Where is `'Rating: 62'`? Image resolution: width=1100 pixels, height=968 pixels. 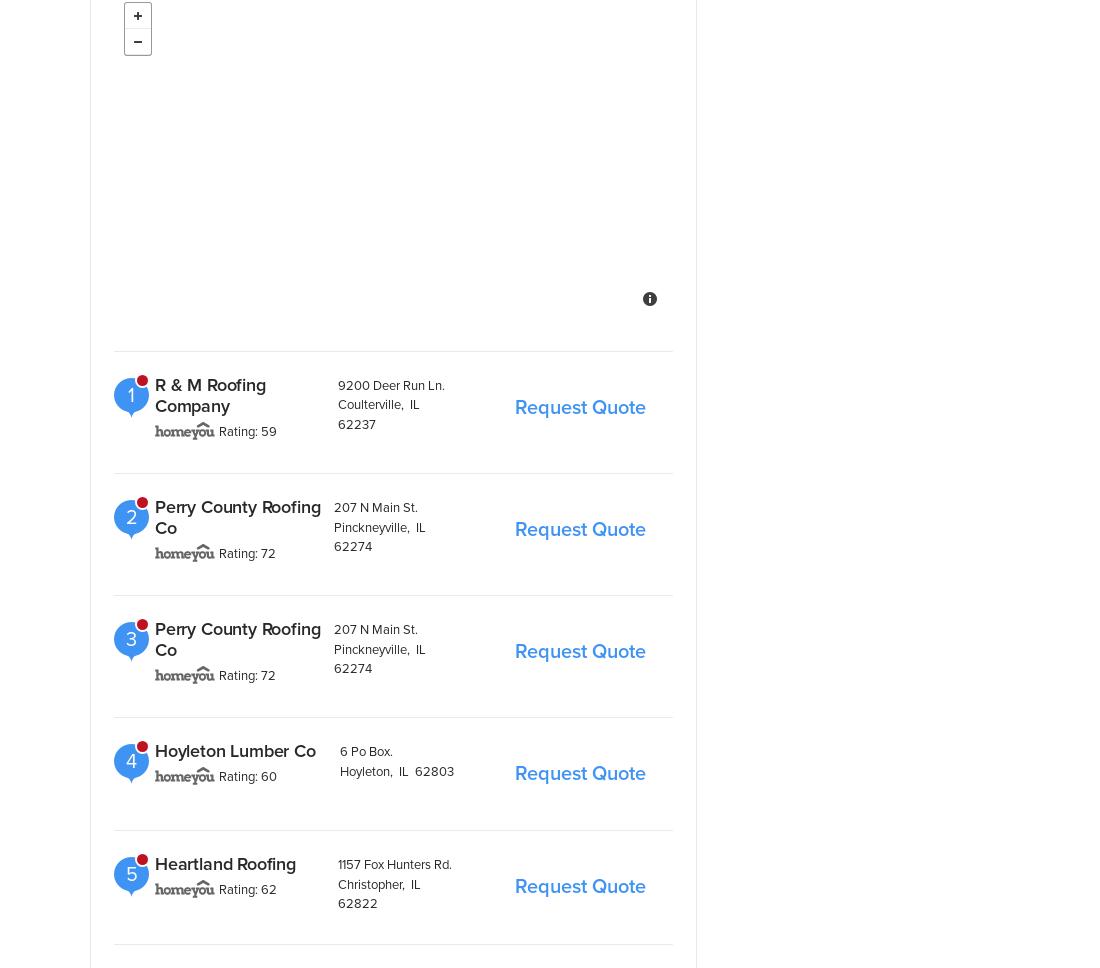 'Rating: 62' is located at coordinates (248, 889).